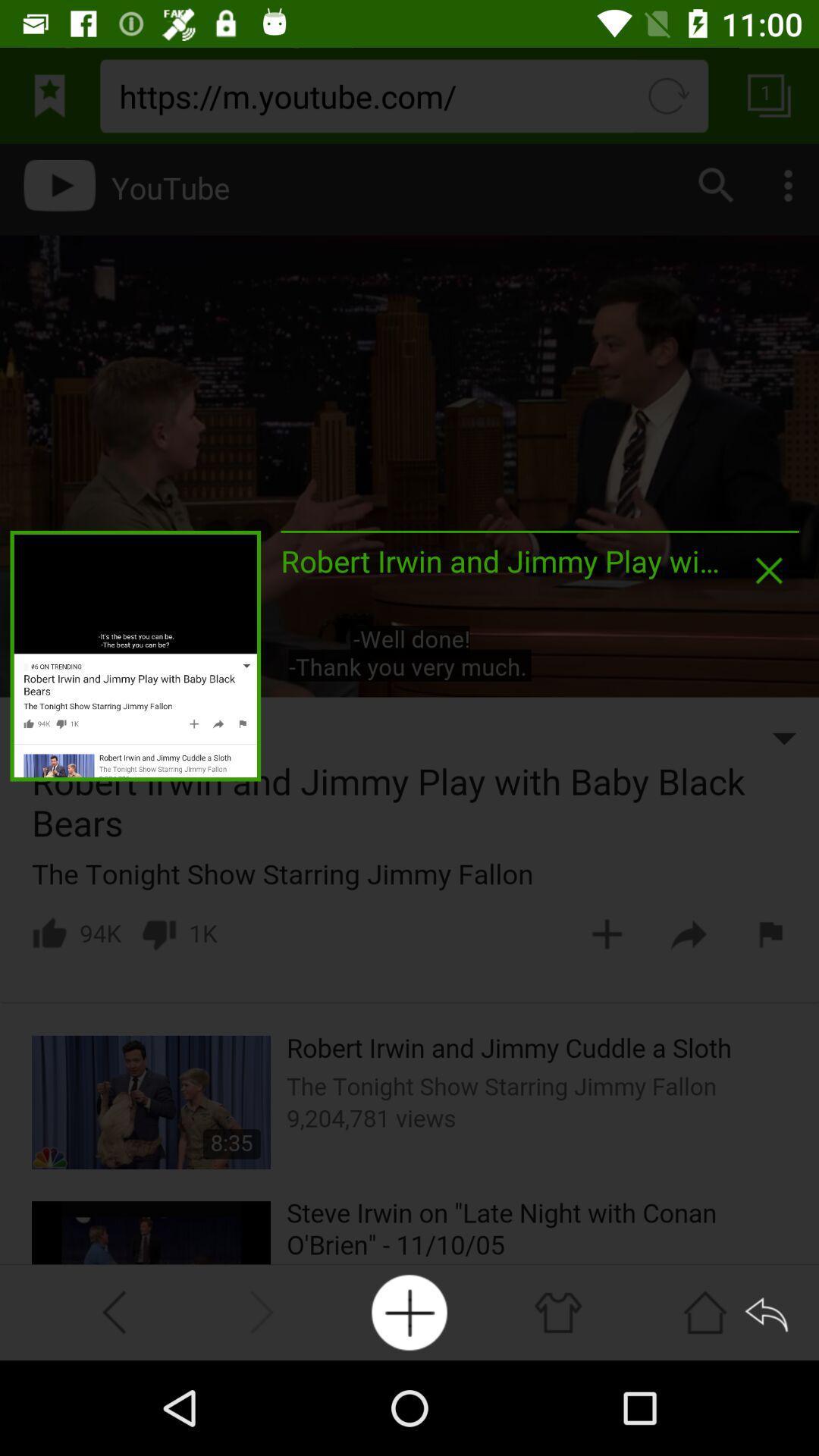 The image size is (819, 1456). I want to click on share button, so click(769, 1311).